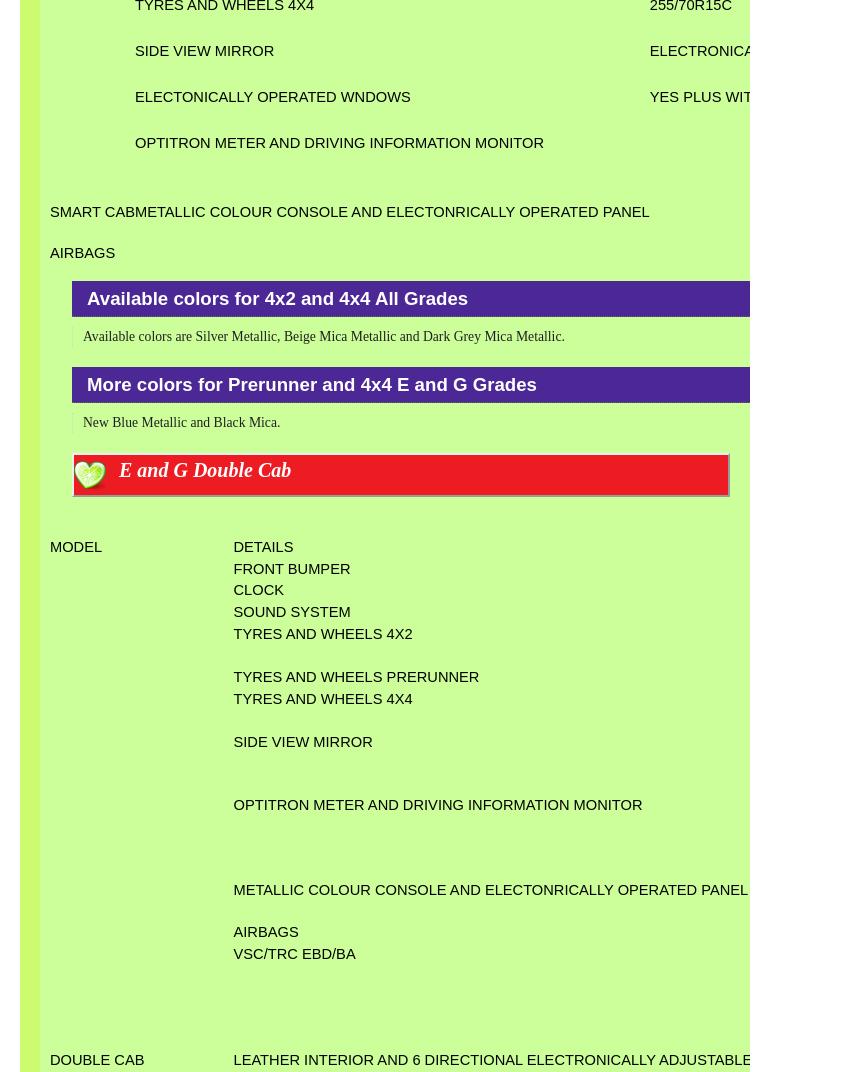  Describe the element at coordinates (231, 544) in the screenshot. I see `'DETAILS'` at that location.